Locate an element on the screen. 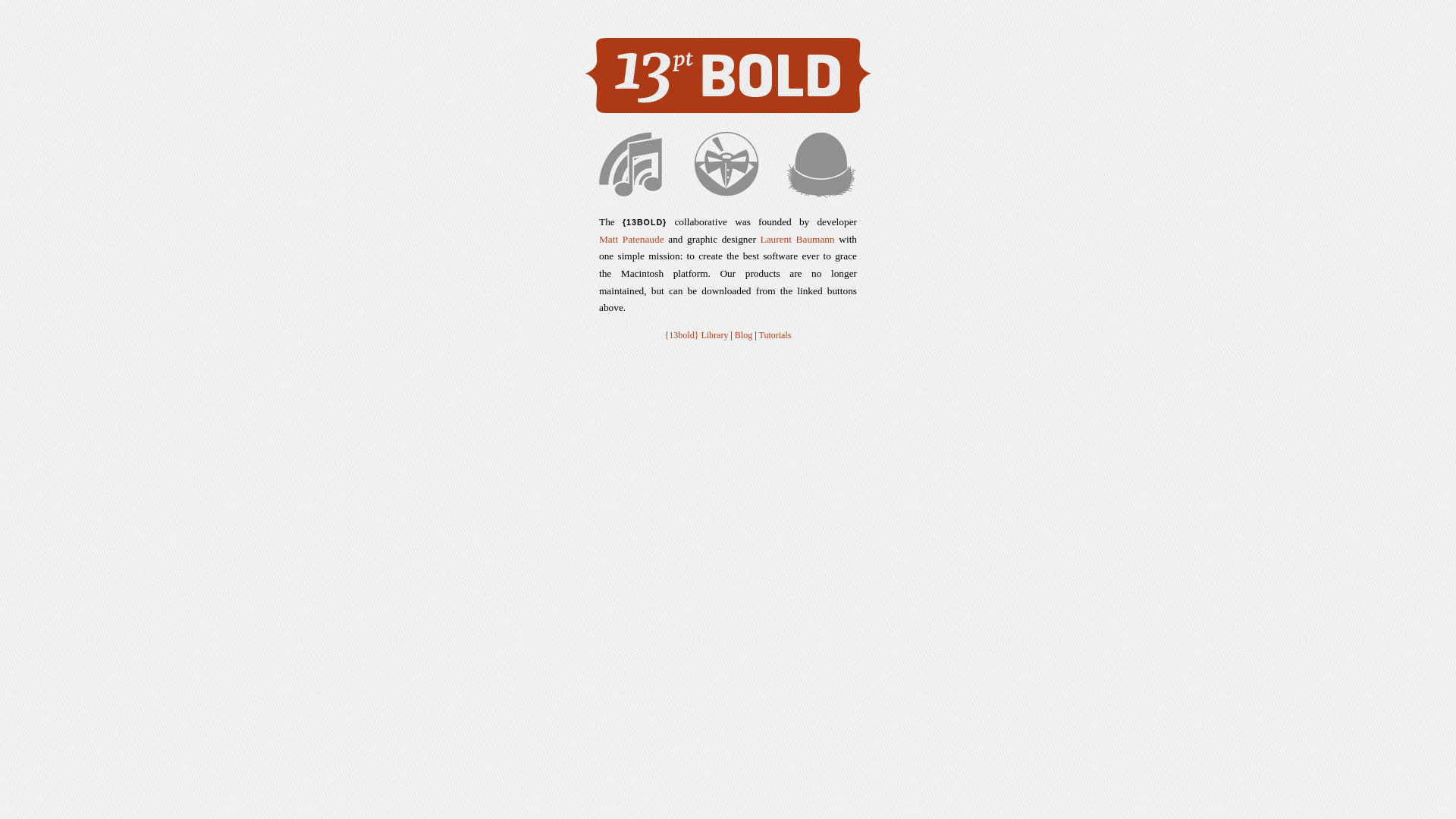  'Laurent Baumann' is located at coordinates (796, 239).